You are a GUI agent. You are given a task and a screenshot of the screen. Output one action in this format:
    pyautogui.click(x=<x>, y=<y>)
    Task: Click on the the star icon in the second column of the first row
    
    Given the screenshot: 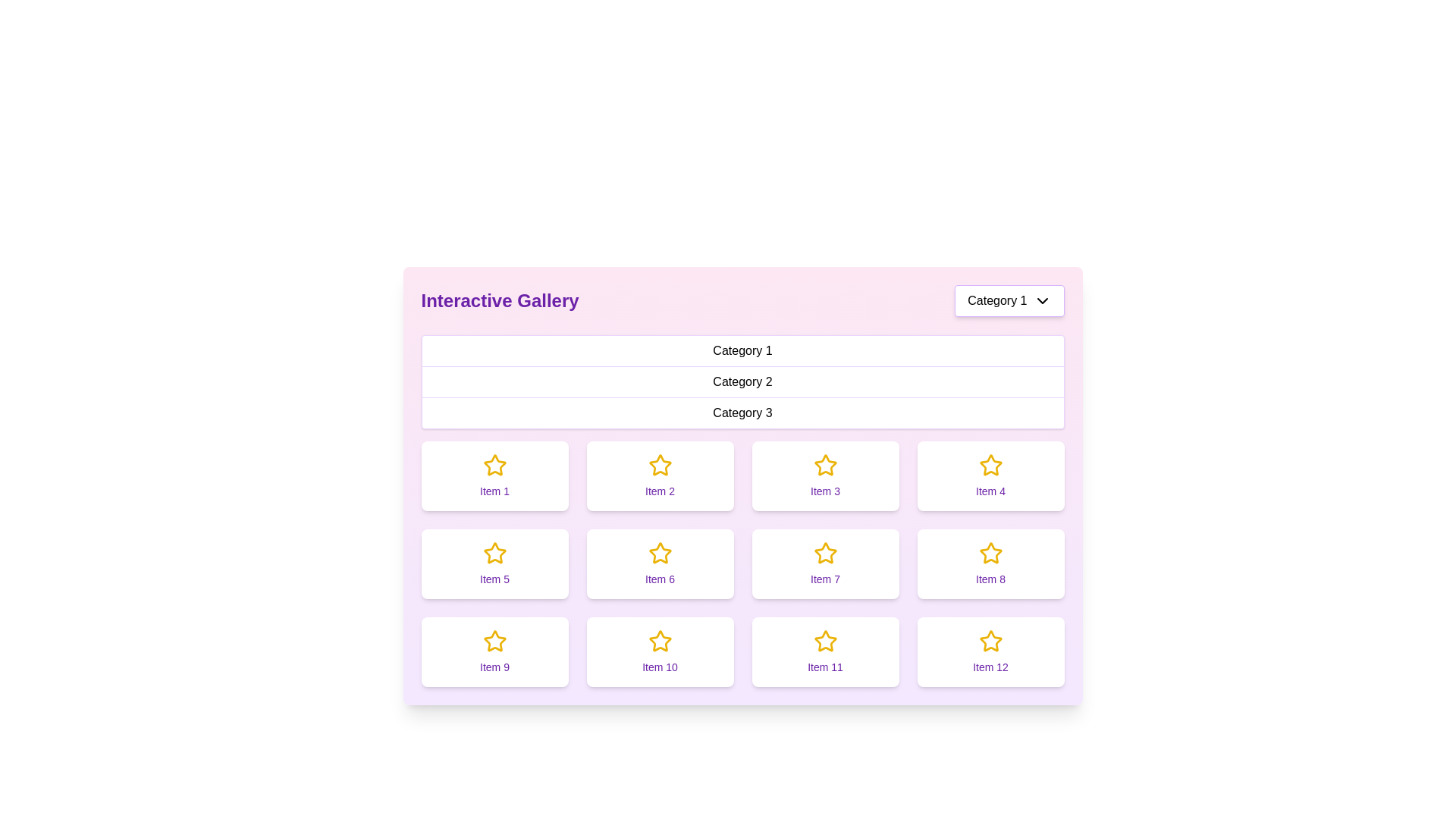 What is the action you would take?
    pyautogui.click(x=660, y=464)
    